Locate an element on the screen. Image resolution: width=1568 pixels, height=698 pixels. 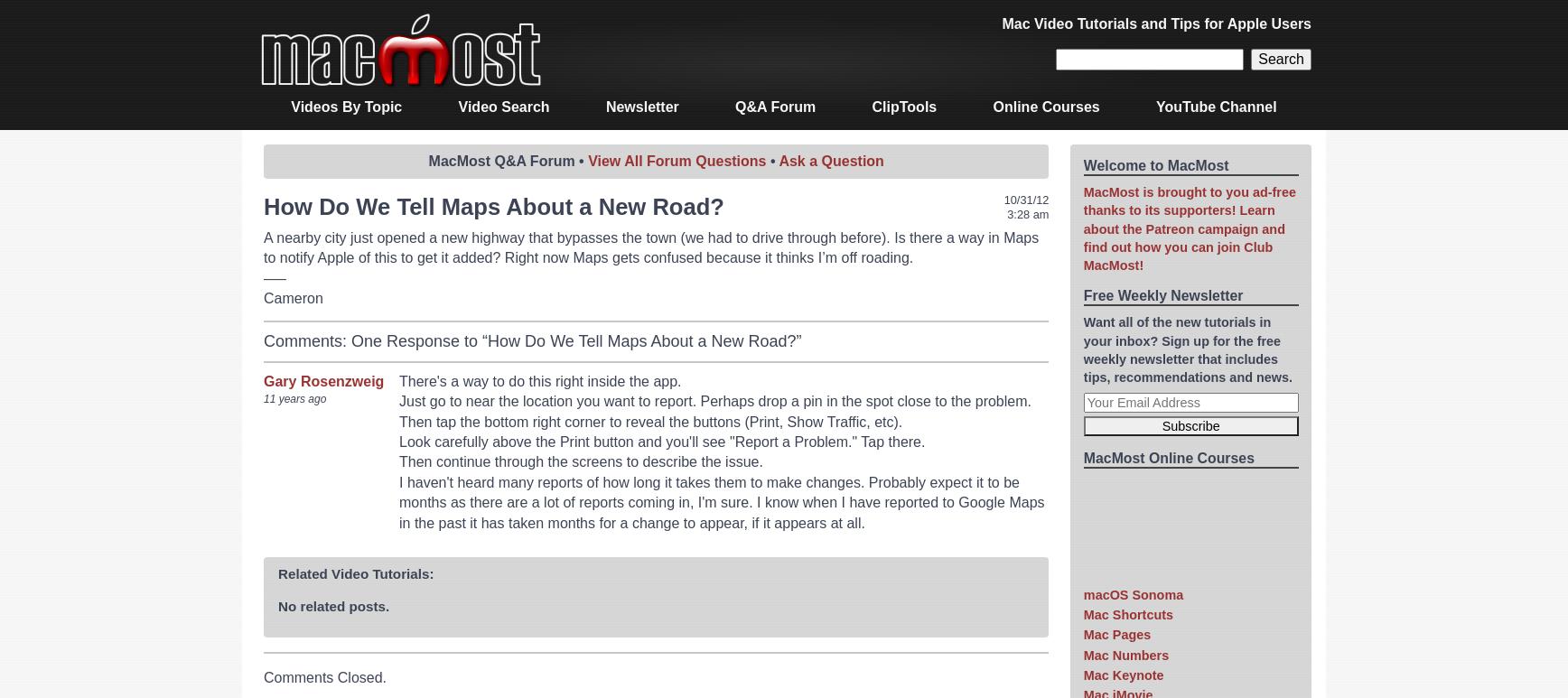
'No related posts.' is located at coordinates (277, 605).